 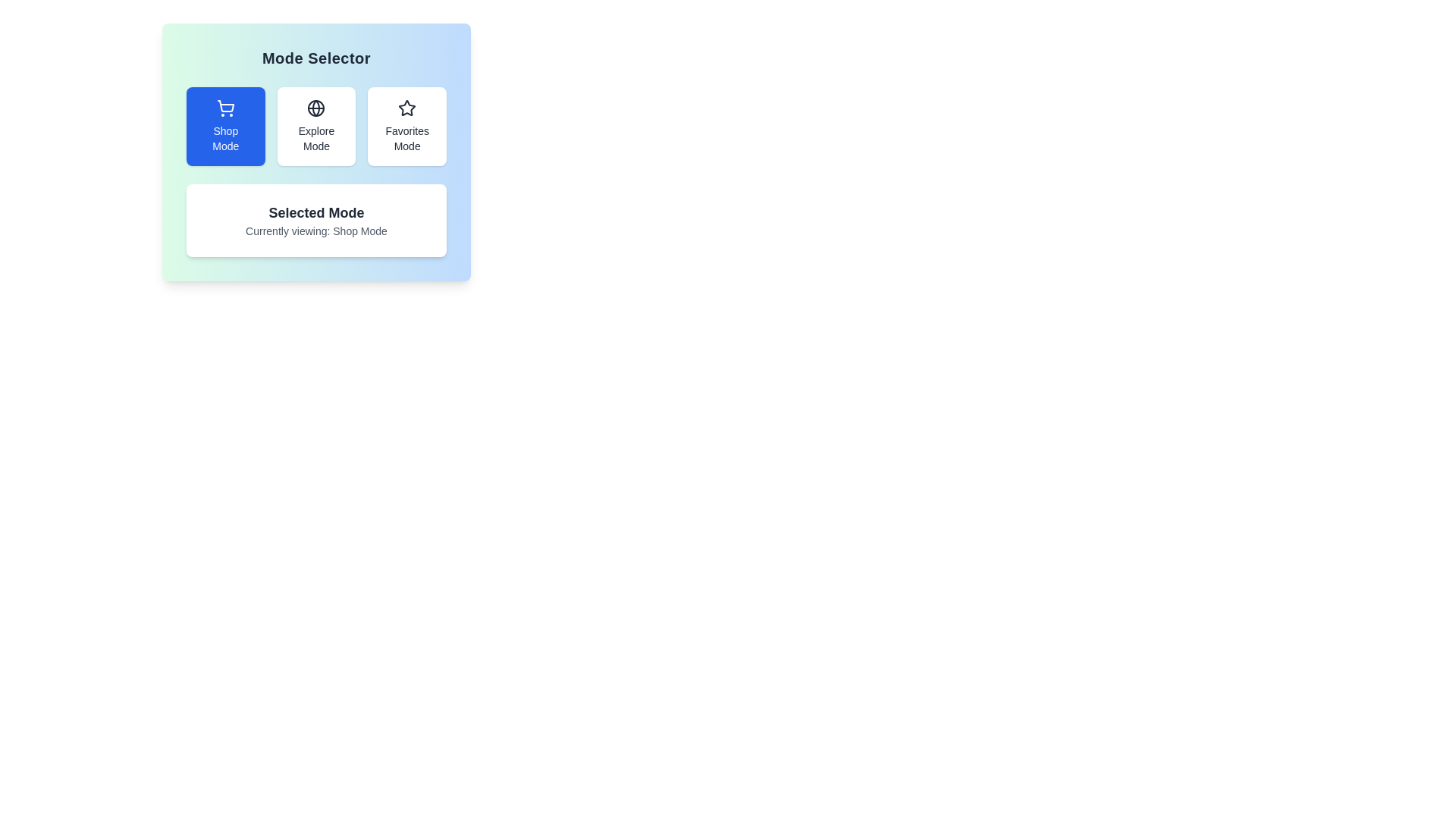 What do you see at coordinates (315, 213) in the screenshot?
I see `the Text Label that conveys the current operational context or mode selected by the user, which is centrally located within a white, rounded rectangle in the lower middle of the interface` at bounding box center [315, 213].